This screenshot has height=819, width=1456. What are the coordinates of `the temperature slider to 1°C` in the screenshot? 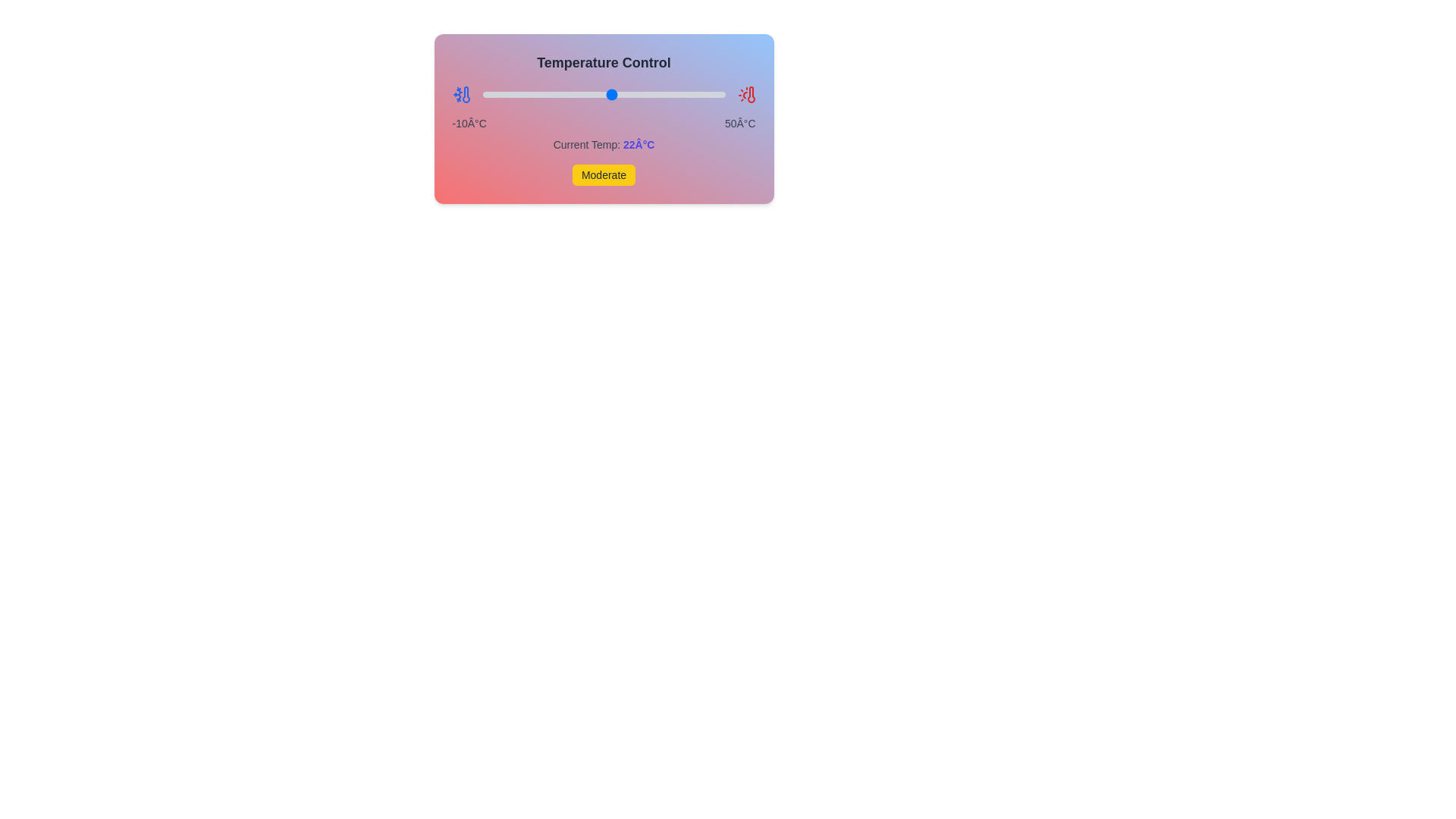 It's located at (527, 94).